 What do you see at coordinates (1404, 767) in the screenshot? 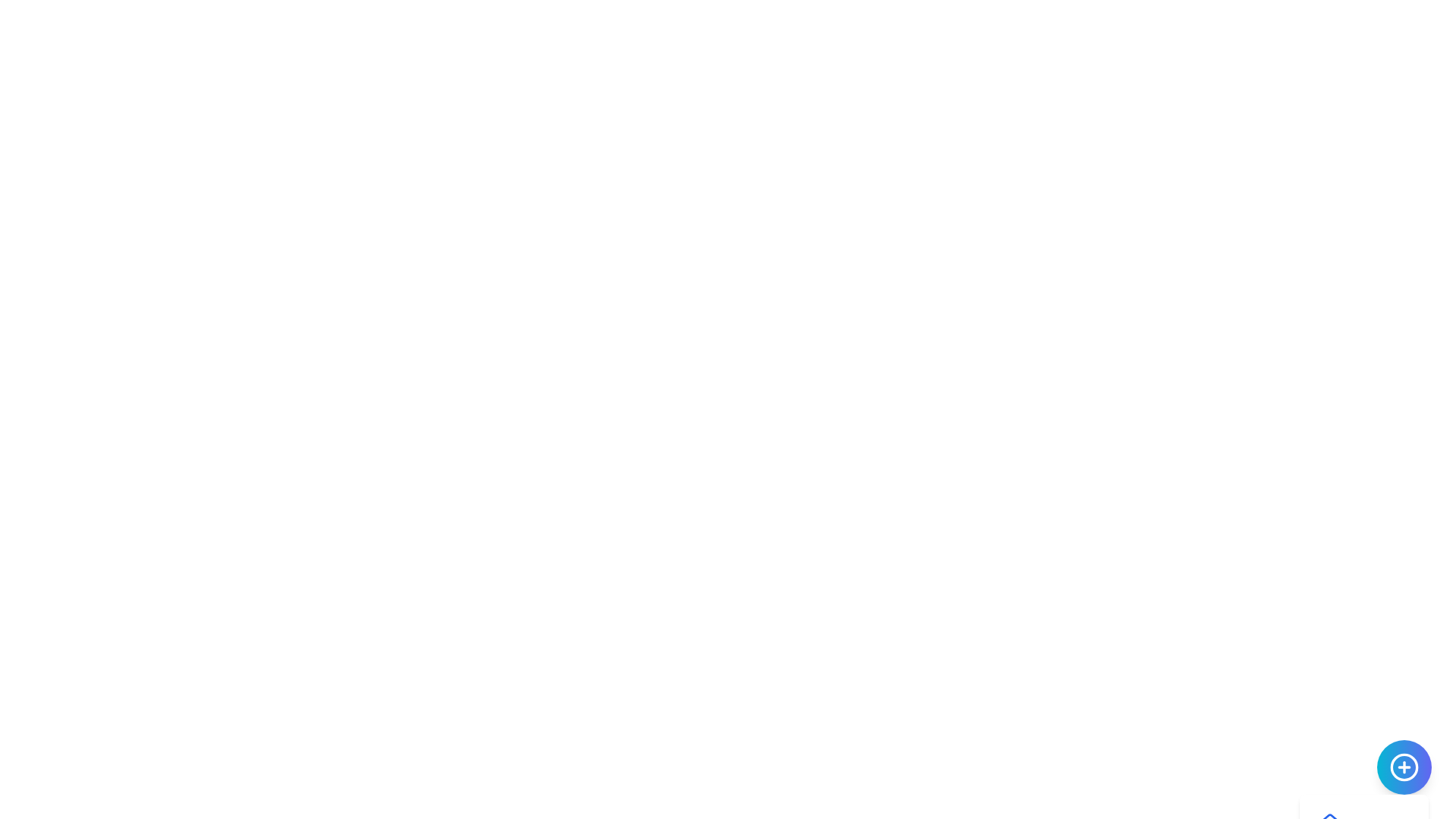
I see `the speed dial toggle button located at the bottom-right corner of the screen` at bounding box center [1404, 767].